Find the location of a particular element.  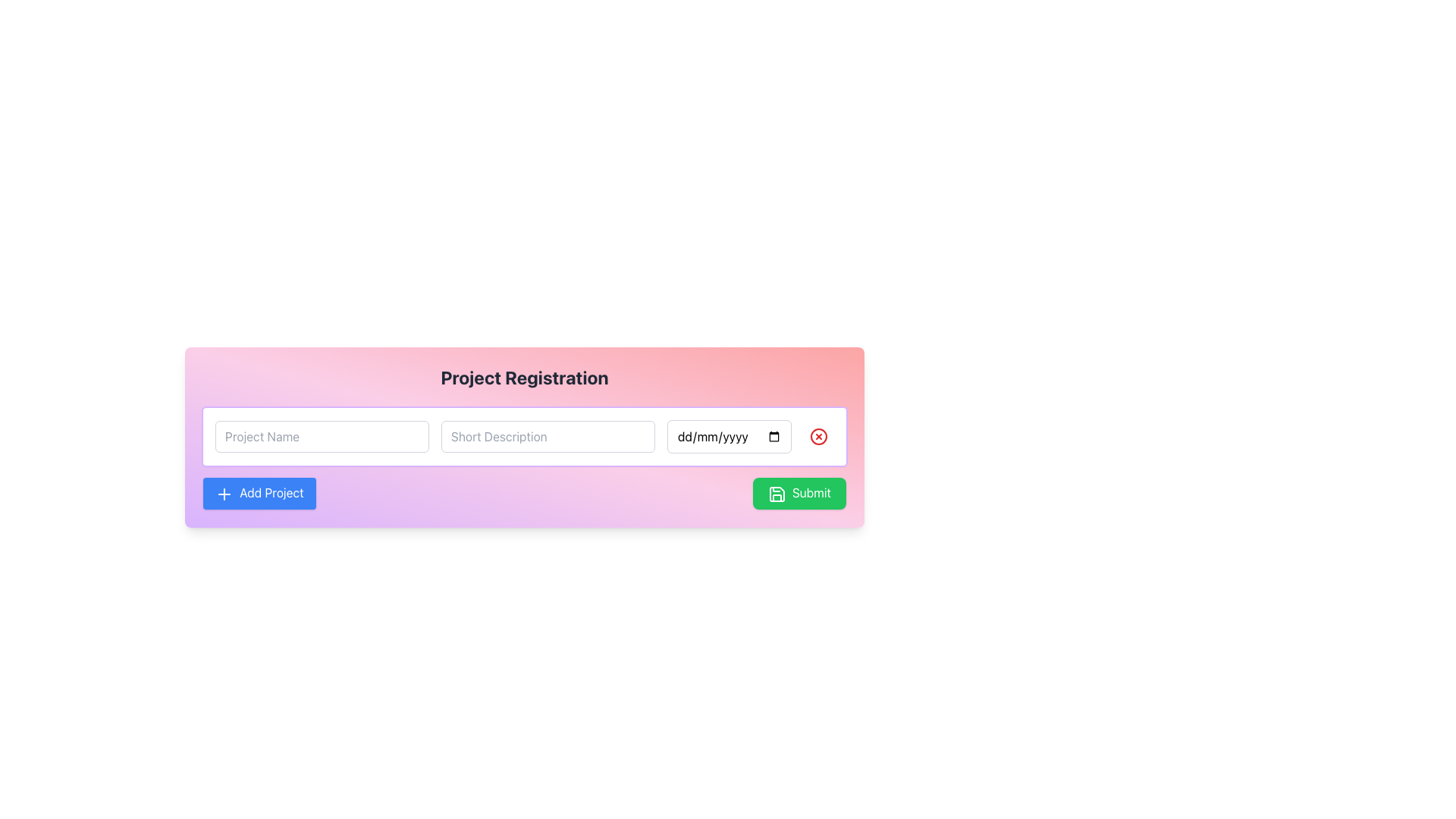

a date from the date picker in the date input field located between the 'Short Description' text input and the red delete button is located at coordinates (729, 436).